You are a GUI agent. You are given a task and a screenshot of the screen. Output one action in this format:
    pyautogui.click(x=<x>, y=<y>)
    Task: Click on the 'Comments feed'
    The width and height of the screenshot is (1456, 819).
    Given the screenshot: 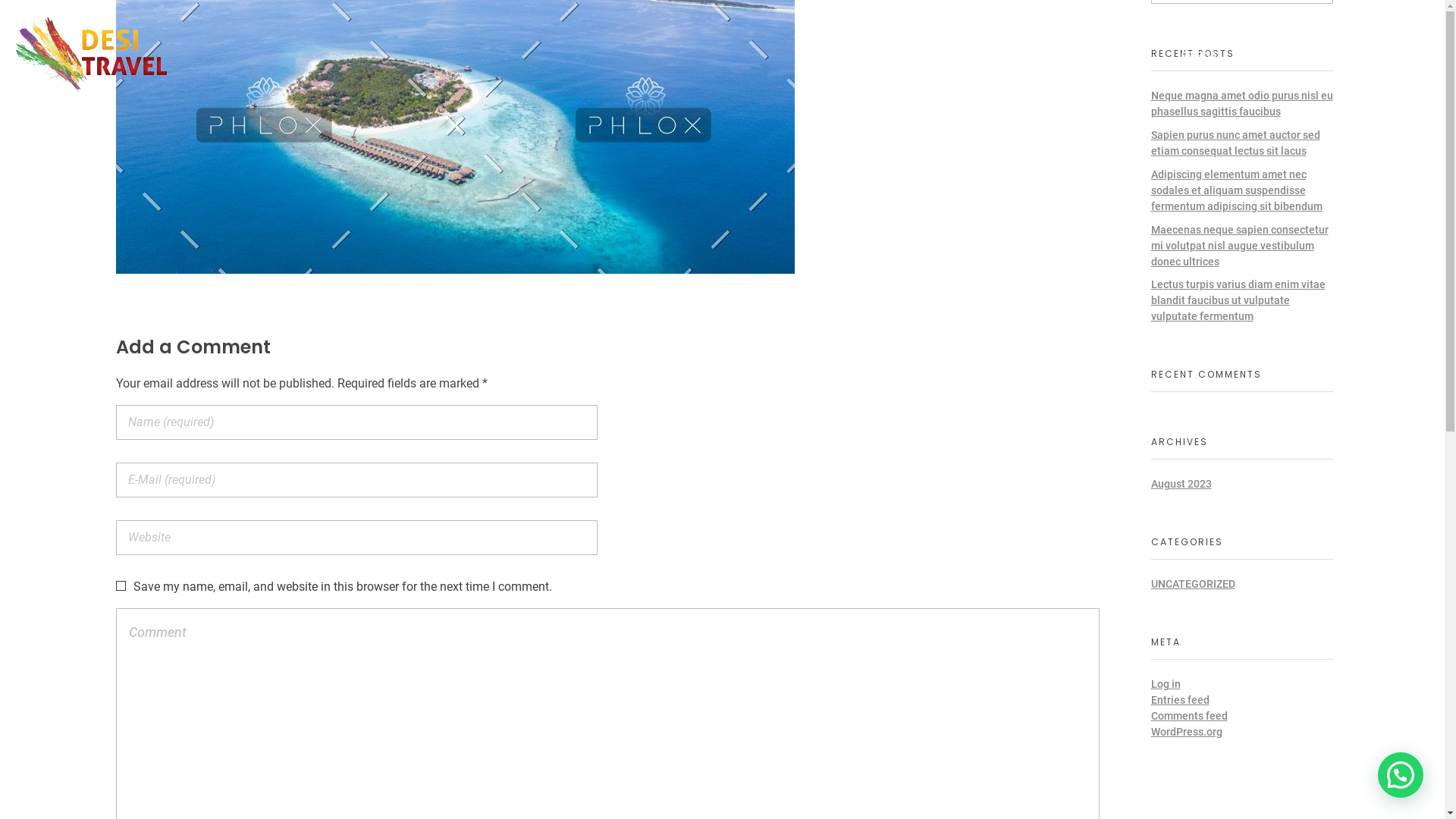 What is the action you would take?
    pyautogui.click(x=1188, y=716)
    